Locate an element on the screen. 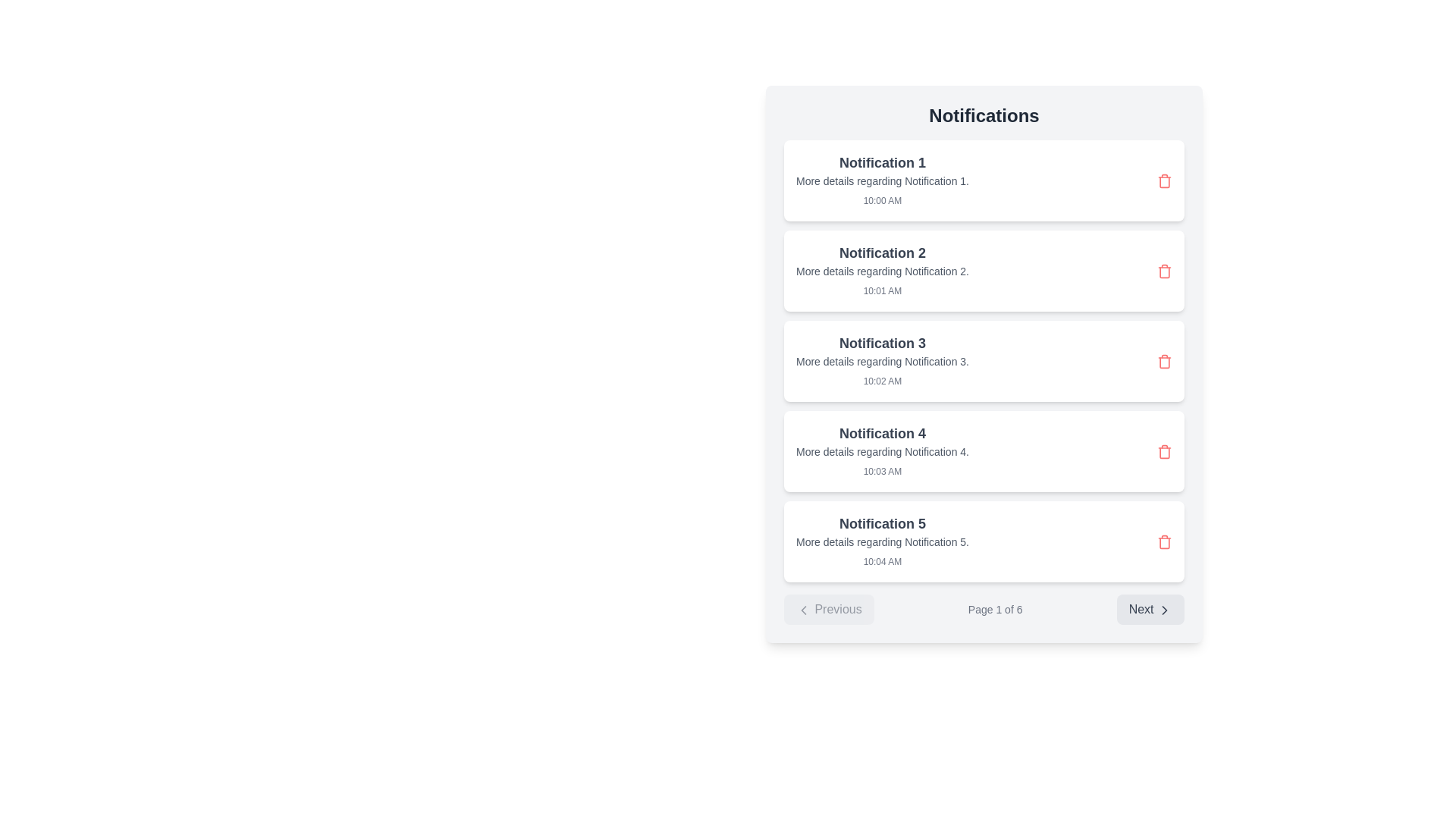 The height and width of the screenshot is (819, 1456). description text of the Notification card which contains 'More details regarding Notification 4.' This card is the fourth in a vertical list of notifications, located below 'Notification 3.' is located at coordinates (883, 450).